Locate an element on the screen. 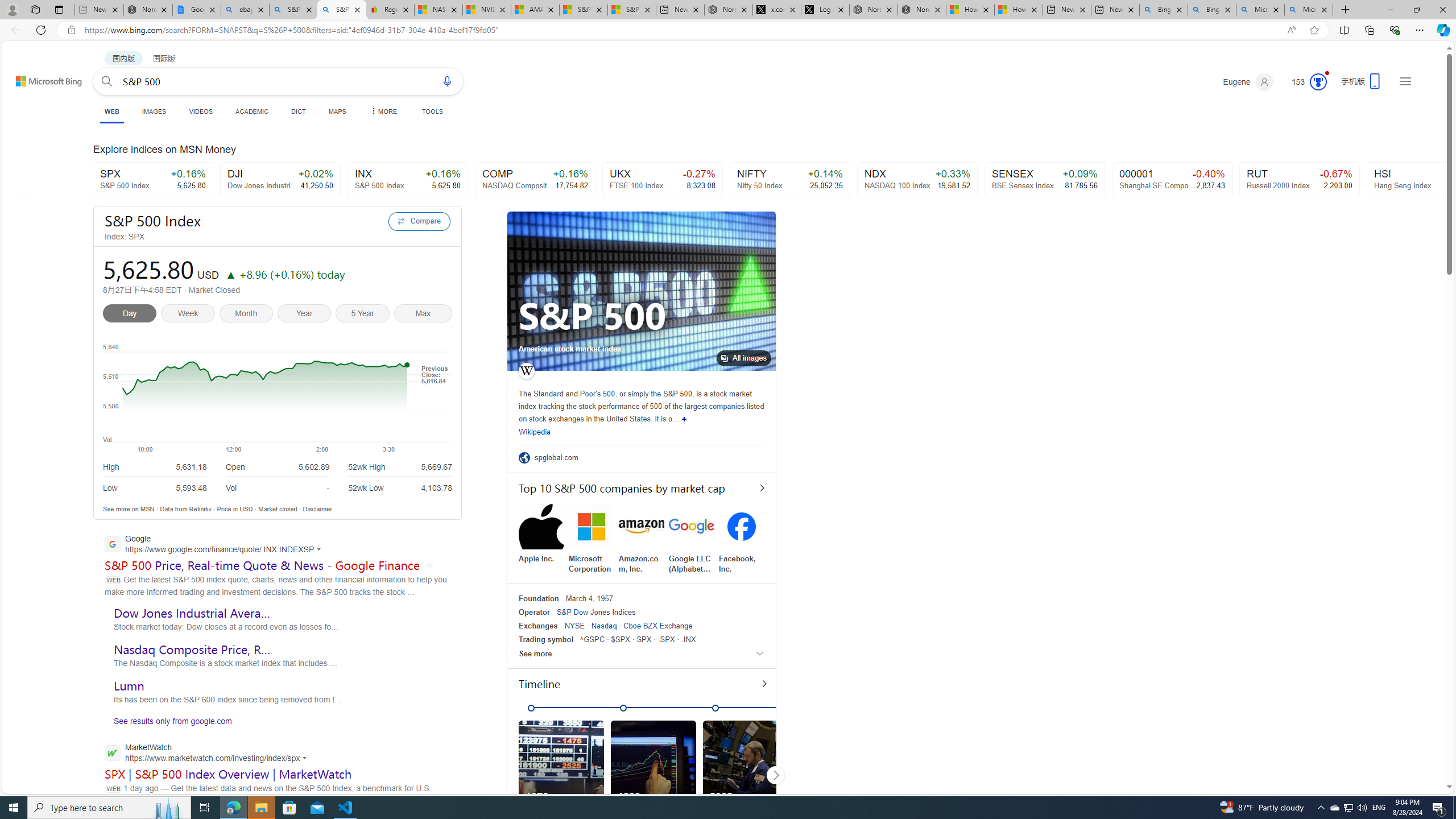 This screenshot has height=819, width=1456. 'Top 10 S&P 500 companies by market cap' is located at coordinates (640, 487).